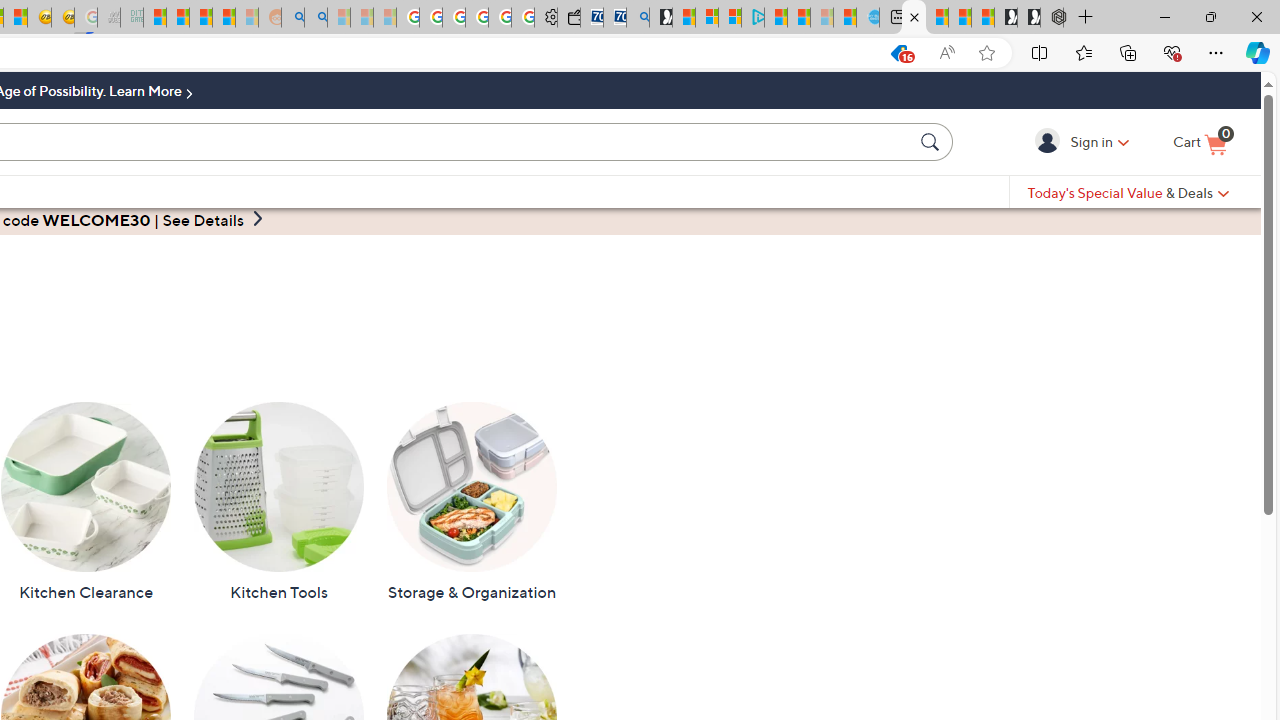 Image resolution: width=1280 pixels, height=720 pixels. I want to click on 'Today', so click(1128, 192).